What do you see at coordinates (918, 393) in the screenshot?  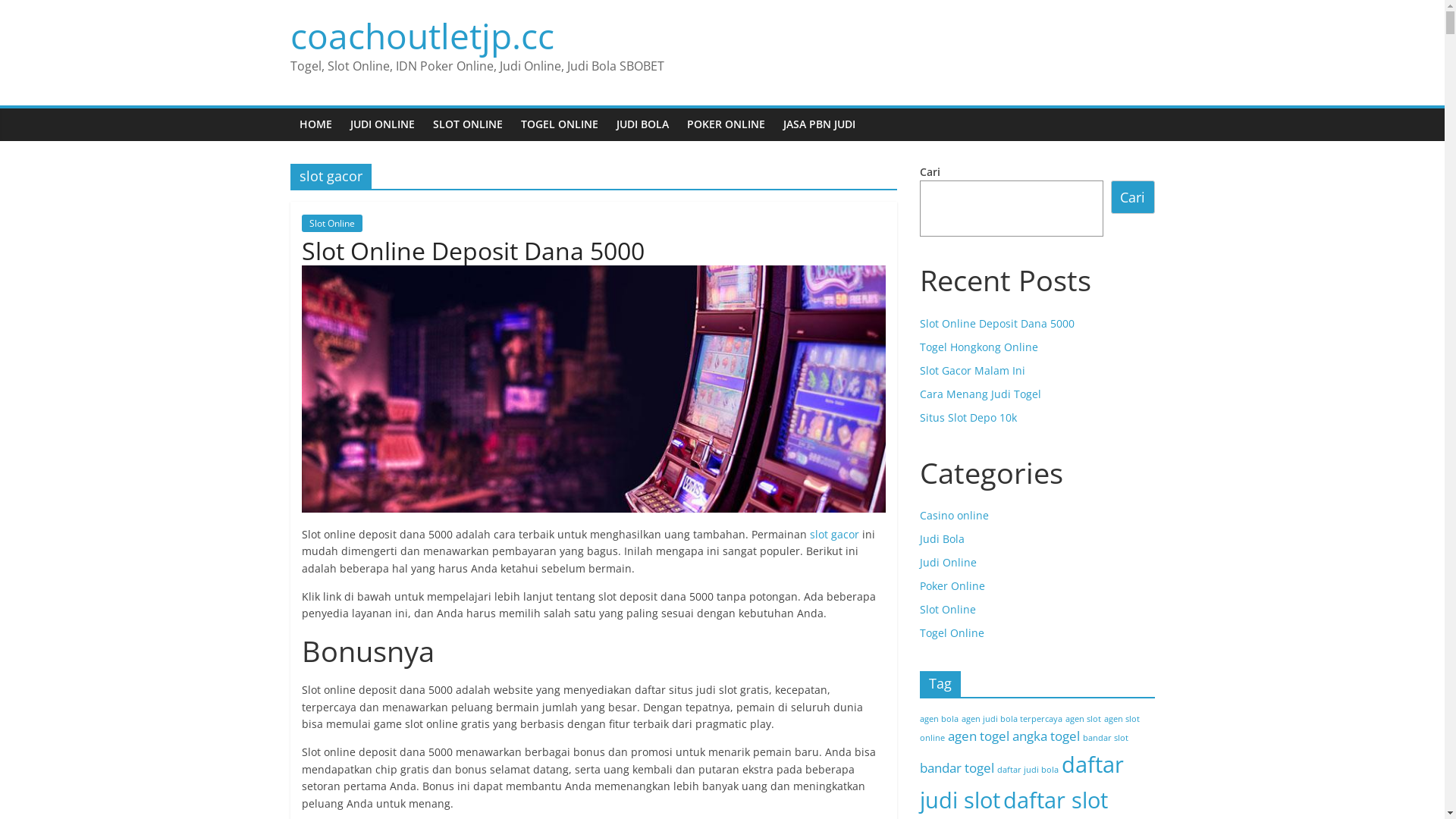 I see `'Cara Menang Judi Togel'` at bounding box center [918, 393].